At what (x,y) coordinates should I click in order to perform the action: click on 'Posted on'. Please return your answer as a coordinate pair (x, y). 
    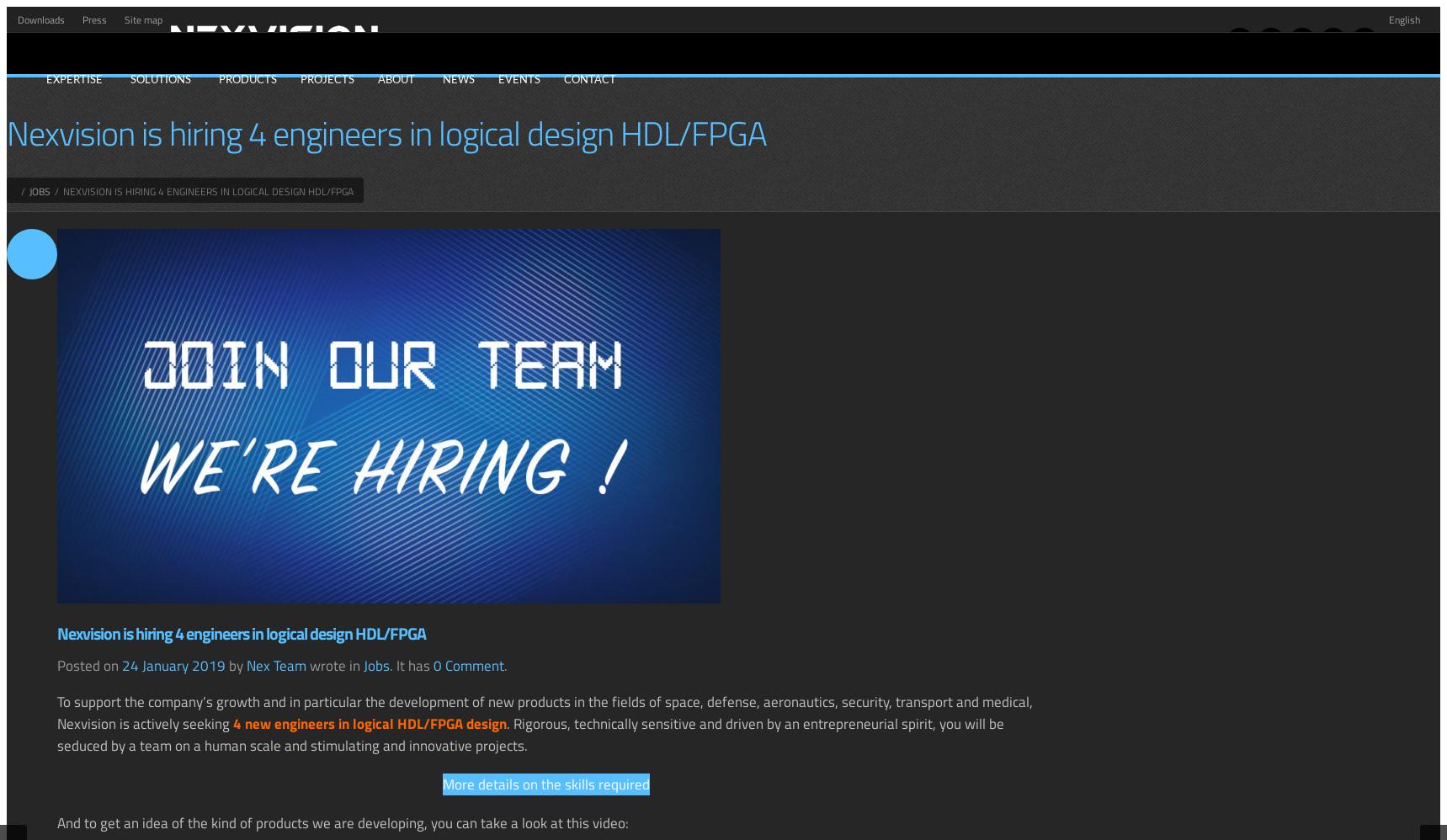
    Looking at the image, I should click on (89, 664).